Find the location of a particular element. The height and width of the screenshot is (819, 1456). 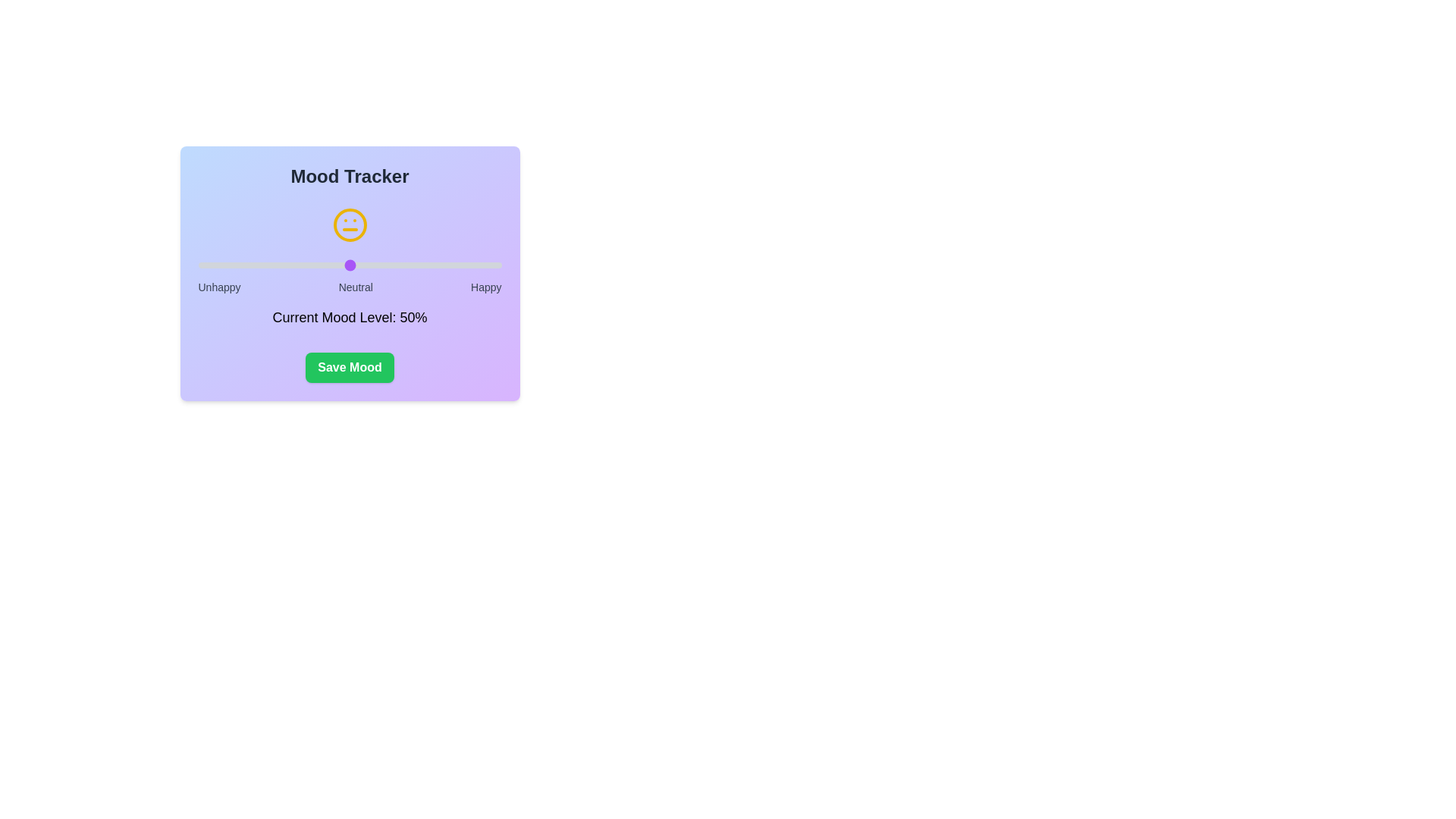

the mood slider to set the mood level to 17% is located at coordinates (249, 265).